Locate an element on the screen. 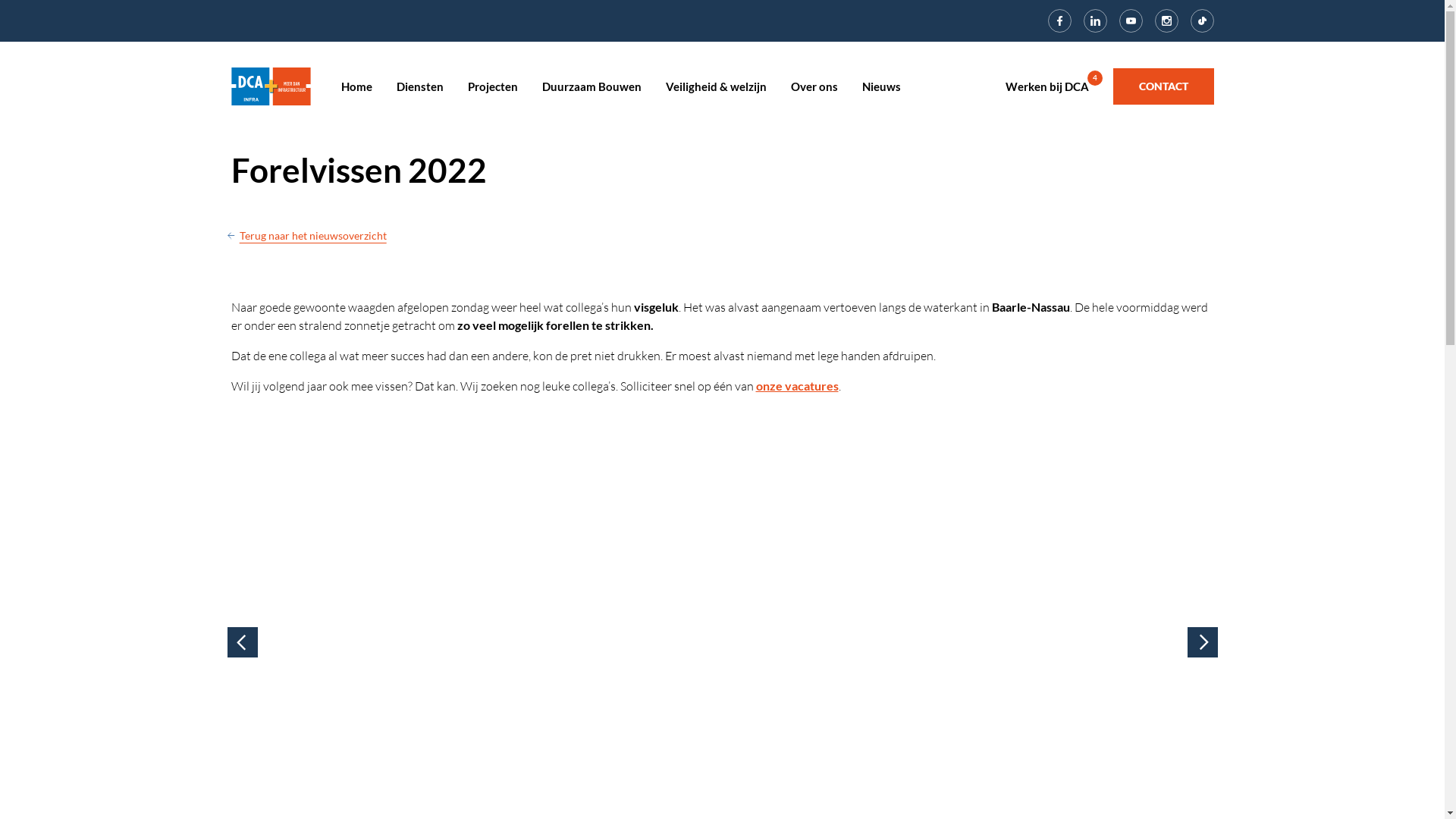 This screenshot has width=1456, height=819. 'Next' is located at coordinates (1201, 642).